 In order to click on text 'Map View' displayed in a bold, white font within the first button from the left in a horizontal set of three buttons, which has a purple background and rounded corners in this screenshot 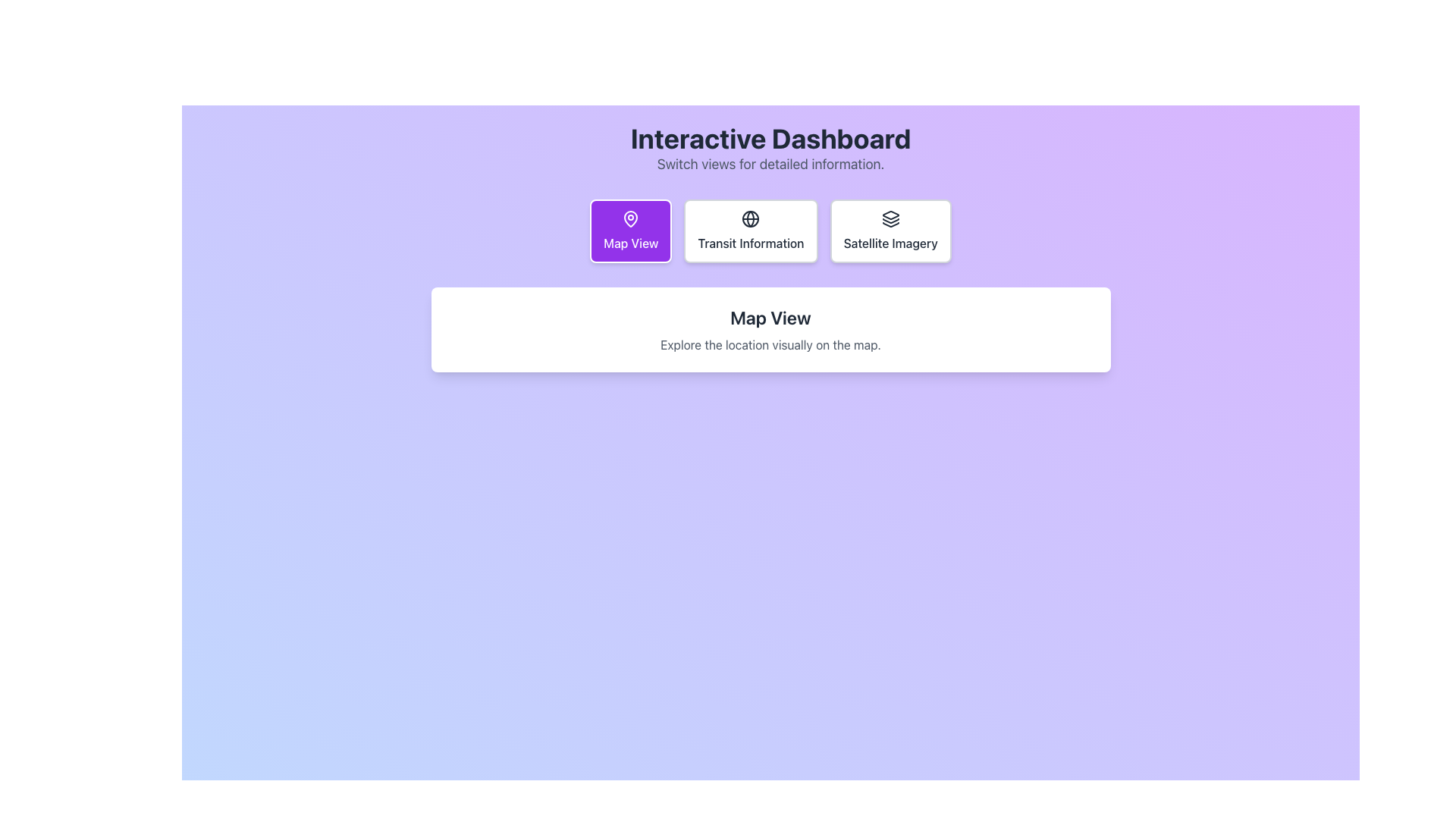, I will do `click(631, 242)`.